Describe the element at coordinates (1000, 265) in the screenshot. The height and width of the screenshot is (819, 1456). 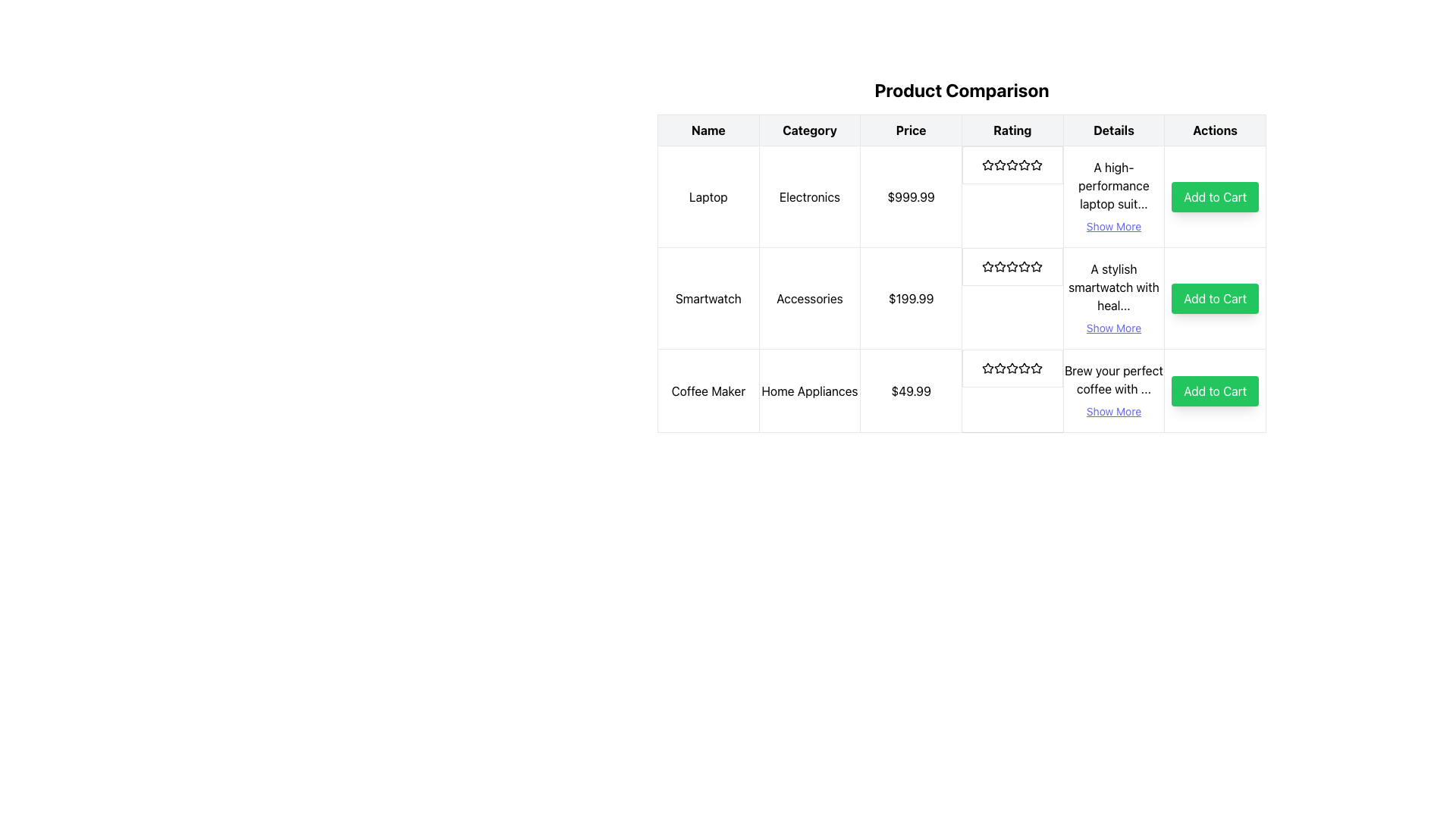
I see `the third star in the five-star product rating system for the 'Smartwatch' row in the 'Rating' column` at that location.